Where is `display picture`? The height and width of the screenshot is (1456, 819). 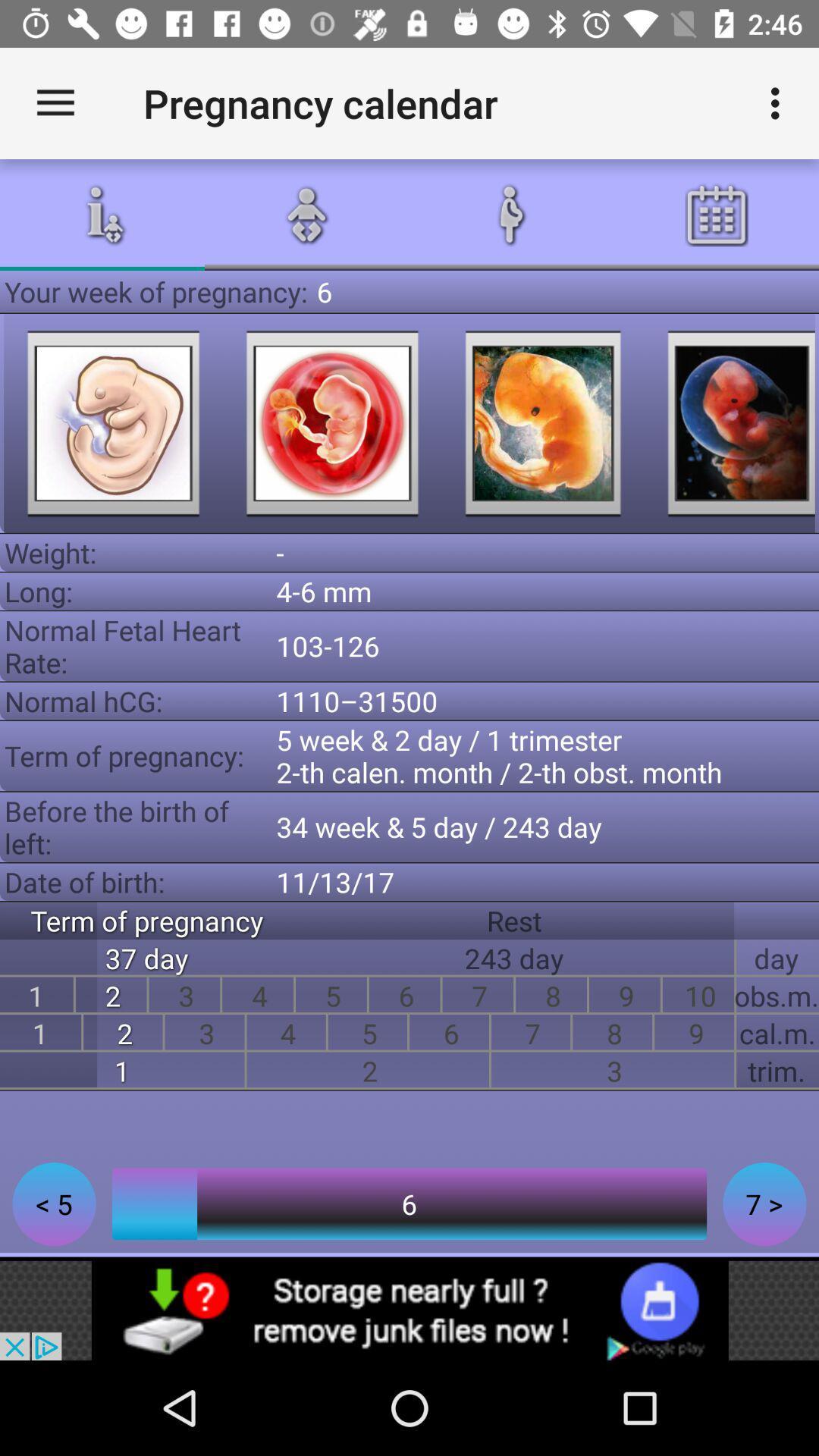
display picture is located at coordinates (542, 423).